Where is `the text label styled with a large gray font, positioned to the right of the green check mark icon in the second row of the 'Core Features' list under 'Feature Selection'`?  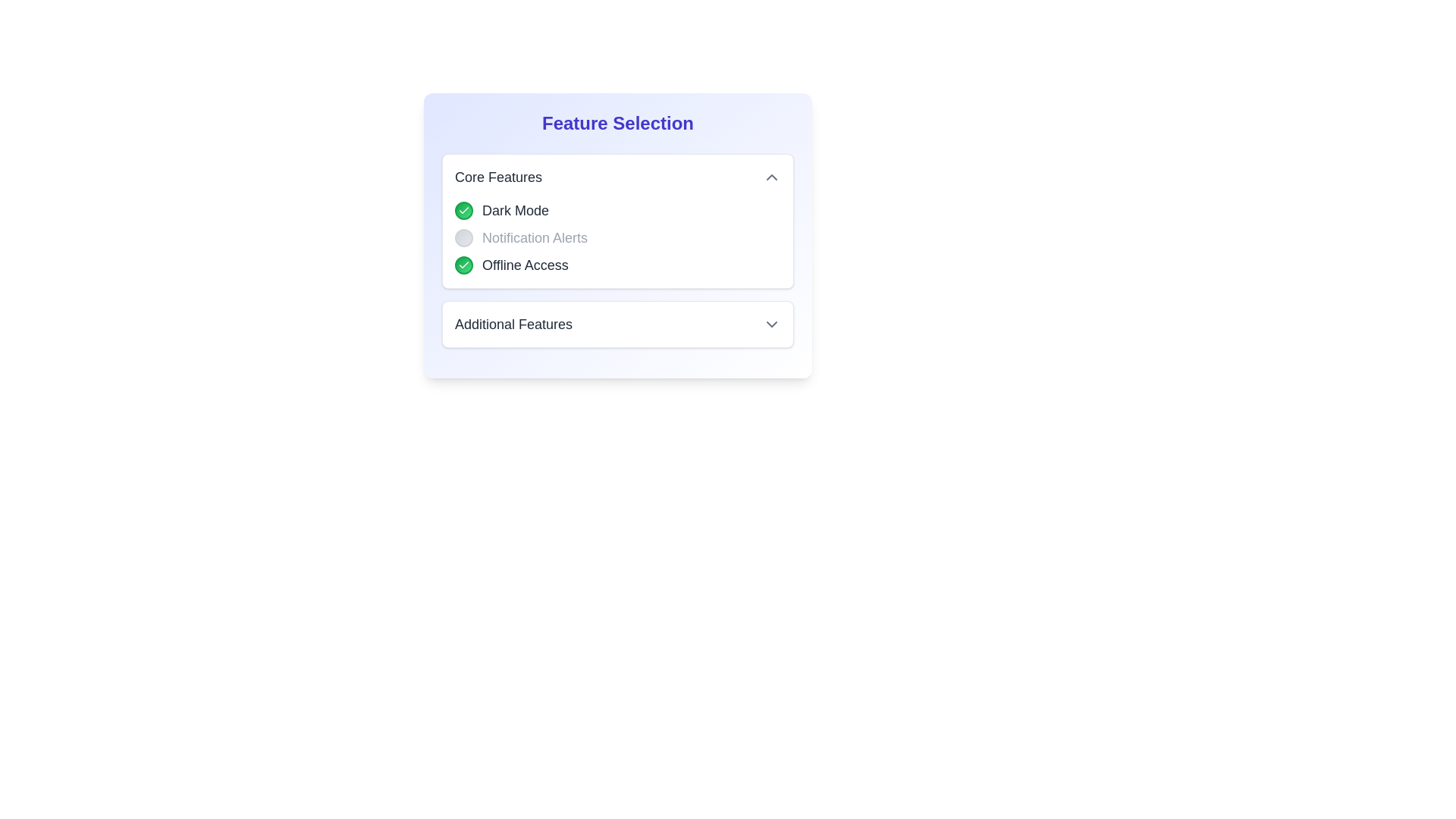
the text label styled with a large gray font, positioned to the right of the green check mark icon in the second row of the 'Core Features' list under 'Feature Selection' is located at coordinates (516, 210).